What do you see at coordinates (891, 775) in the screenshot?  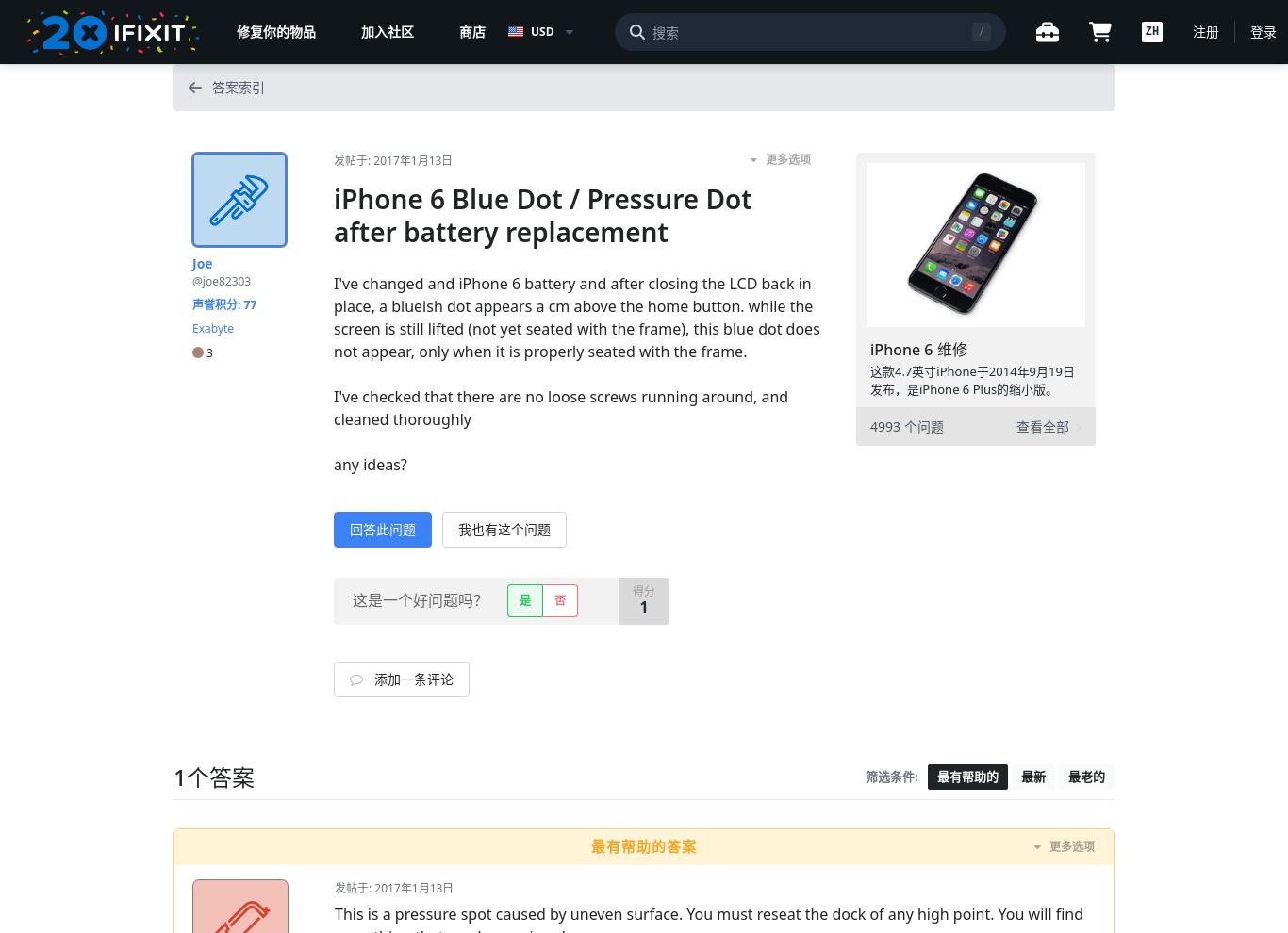 I see `'筛选条件:'` at bounding box center [891, 775].